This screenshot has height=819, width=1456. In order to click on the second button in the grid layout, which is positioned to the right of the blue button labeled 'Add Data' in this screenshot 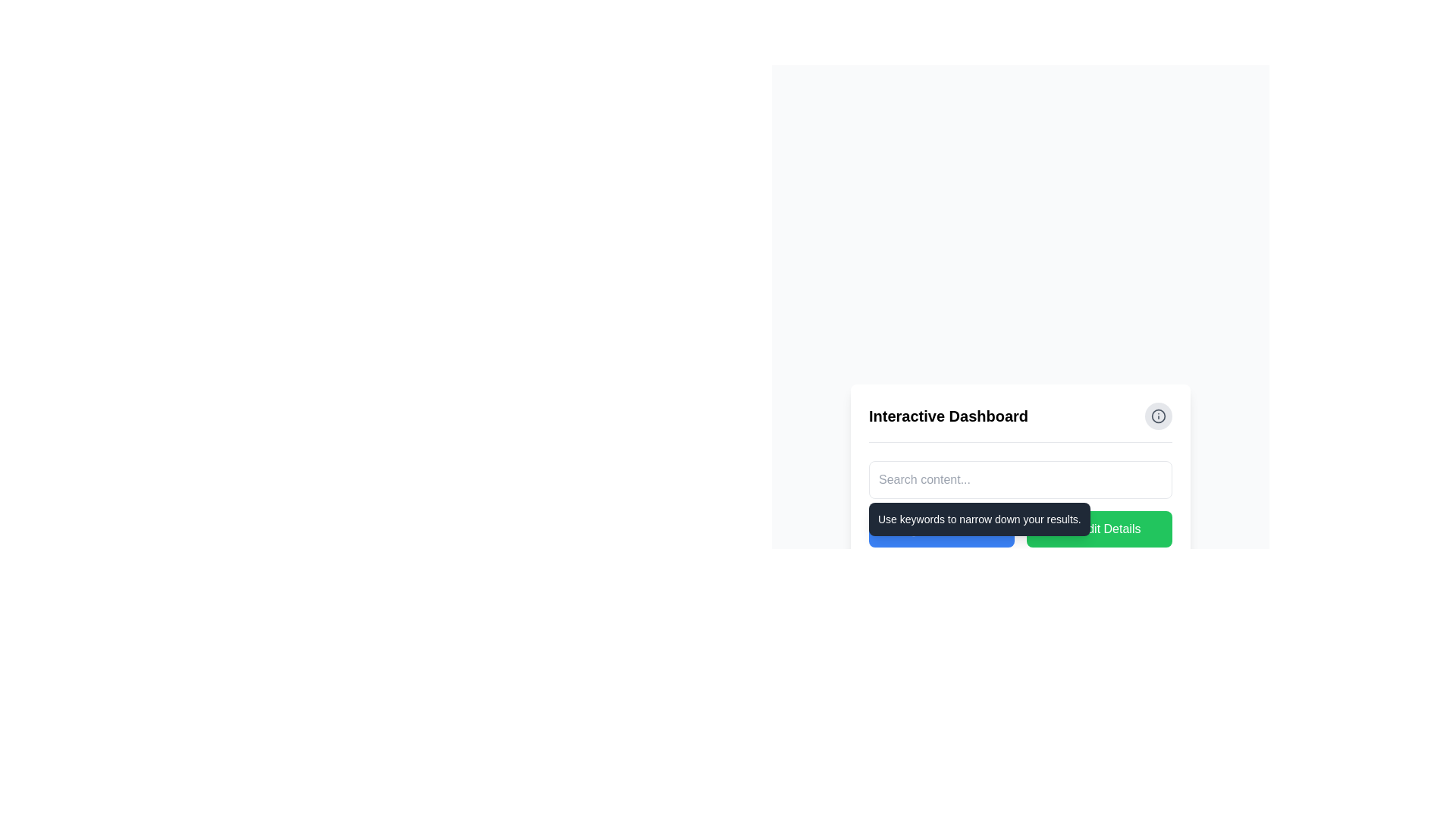, I will do `click(1099, 528)`.